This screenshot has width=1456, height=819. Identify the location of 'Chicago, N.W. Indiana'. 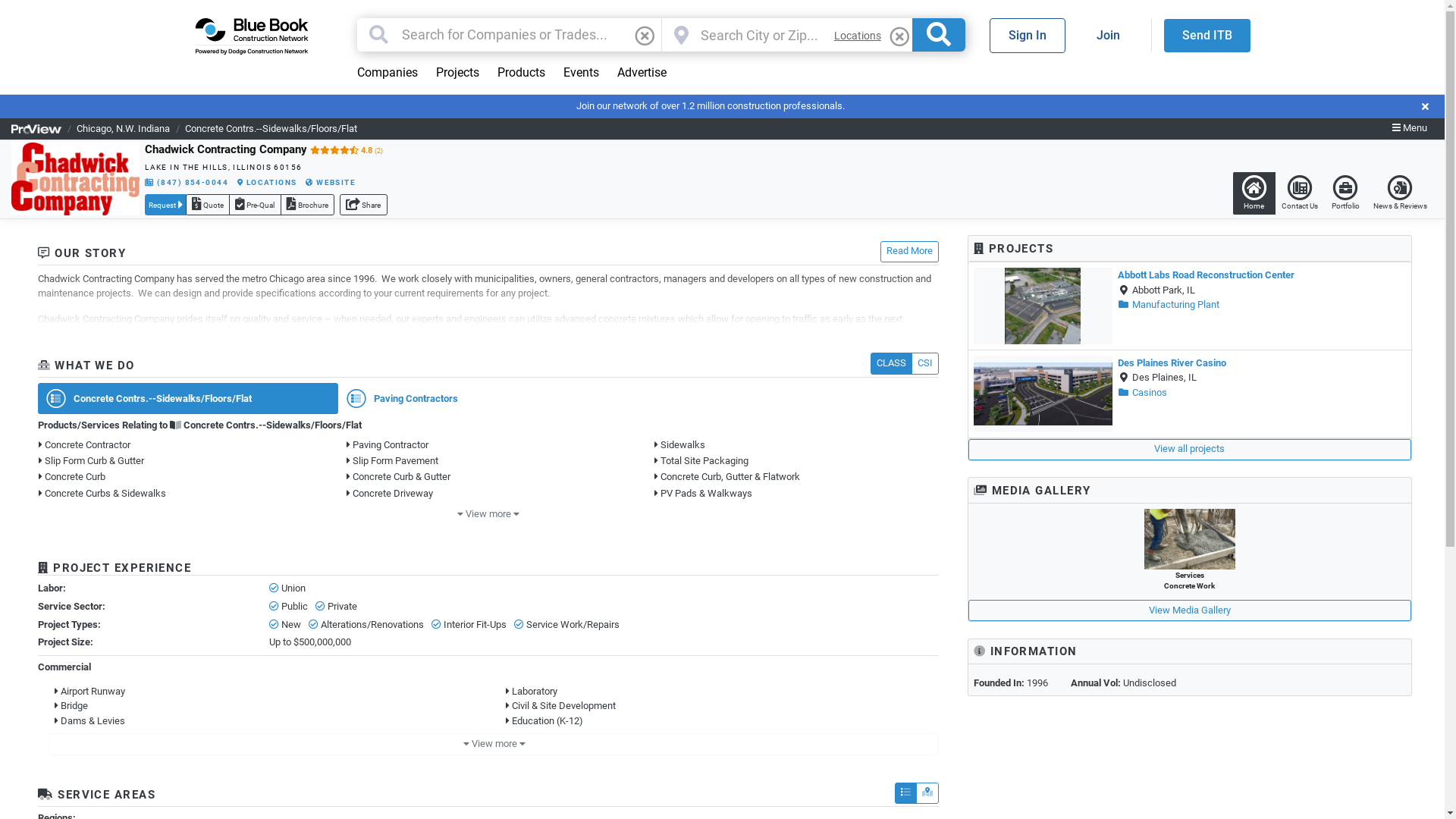
(123, 127).